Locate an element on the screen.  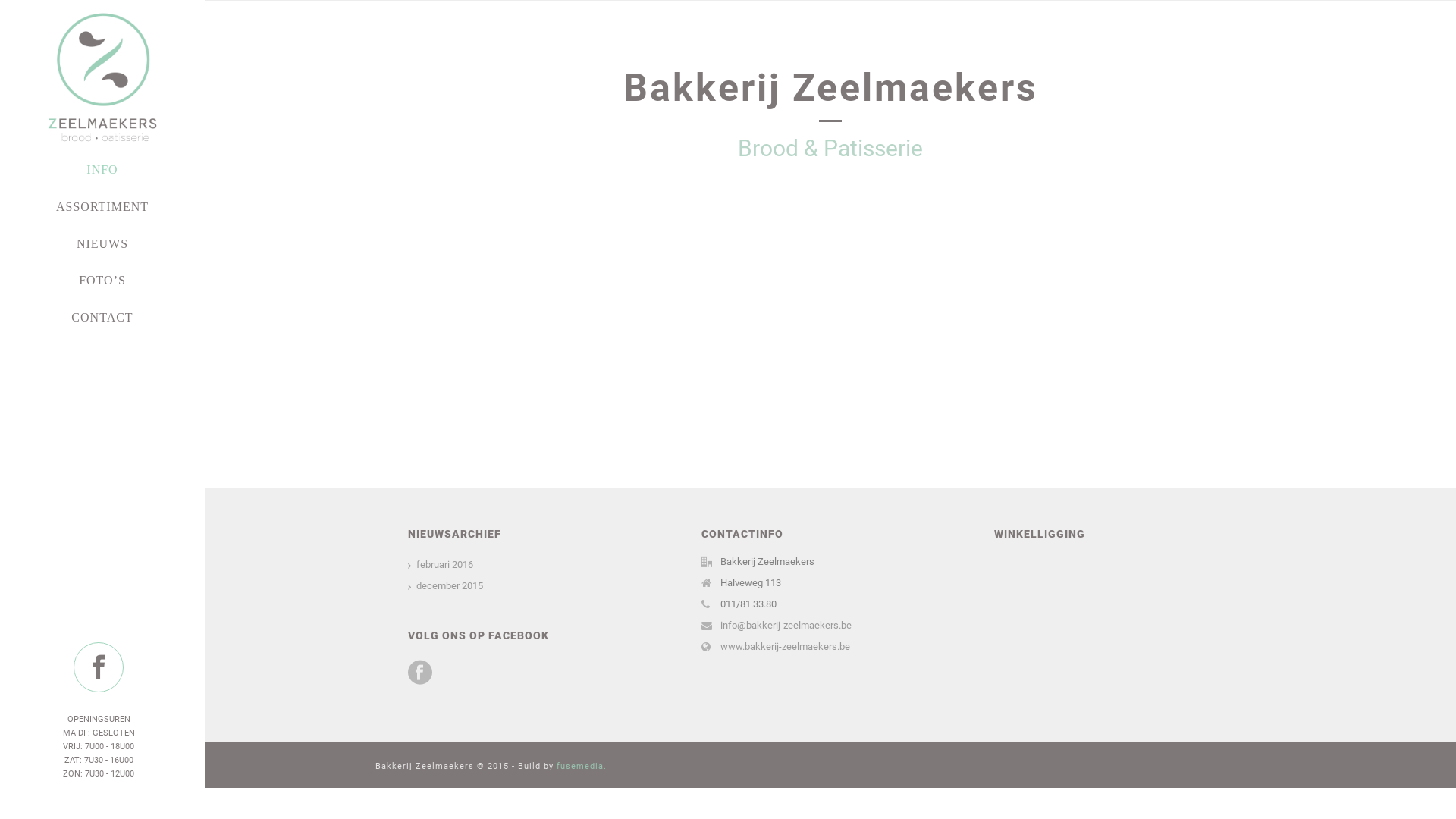
'info@bakkerij-zeelmaekers.be' is located at coordinates (786, 626).